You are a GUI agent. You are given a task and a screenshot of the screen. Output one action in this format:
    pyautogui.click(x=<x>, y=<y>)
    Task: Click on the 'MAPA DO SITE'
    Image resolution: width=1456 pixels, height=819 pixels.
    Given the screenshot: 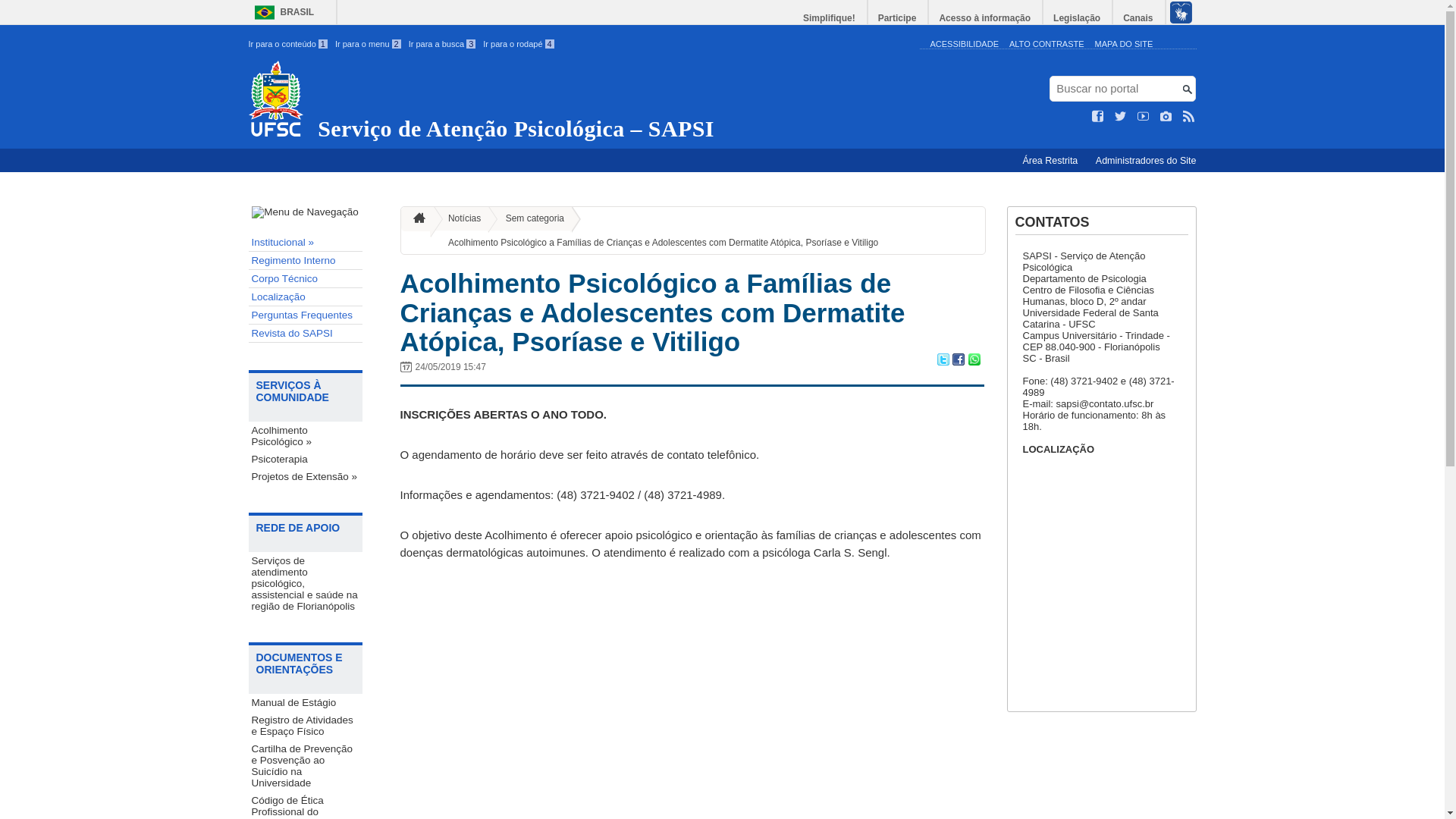 What is the action you would take?
    pyautogui.click(x=1124, y=42)
    